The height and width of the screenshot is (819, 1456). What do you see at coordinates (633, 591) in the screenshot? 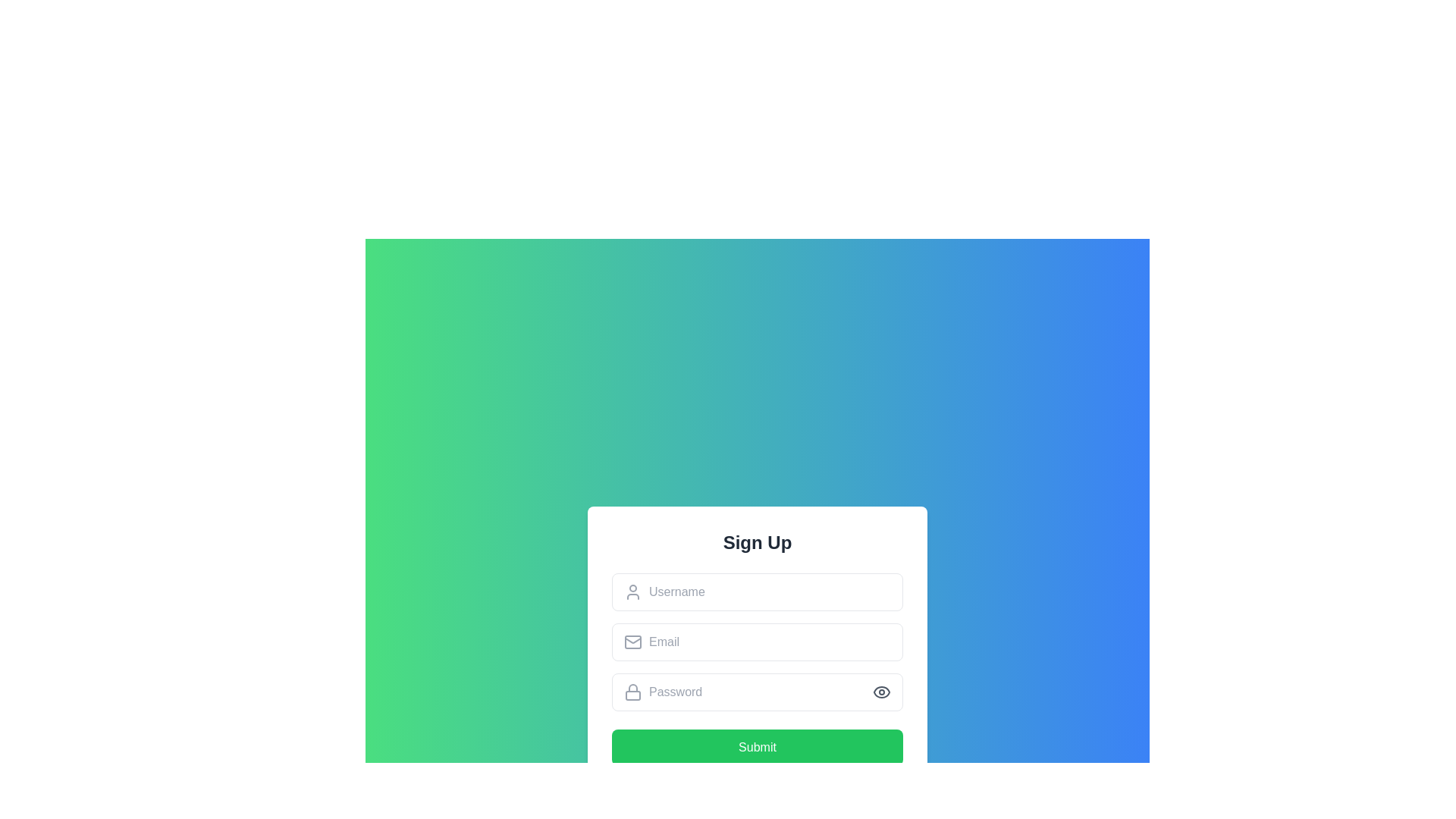
I see `the username icon located on the left side of the 'Username' text input field in the sign-up form` at bounding box center [633, 591].